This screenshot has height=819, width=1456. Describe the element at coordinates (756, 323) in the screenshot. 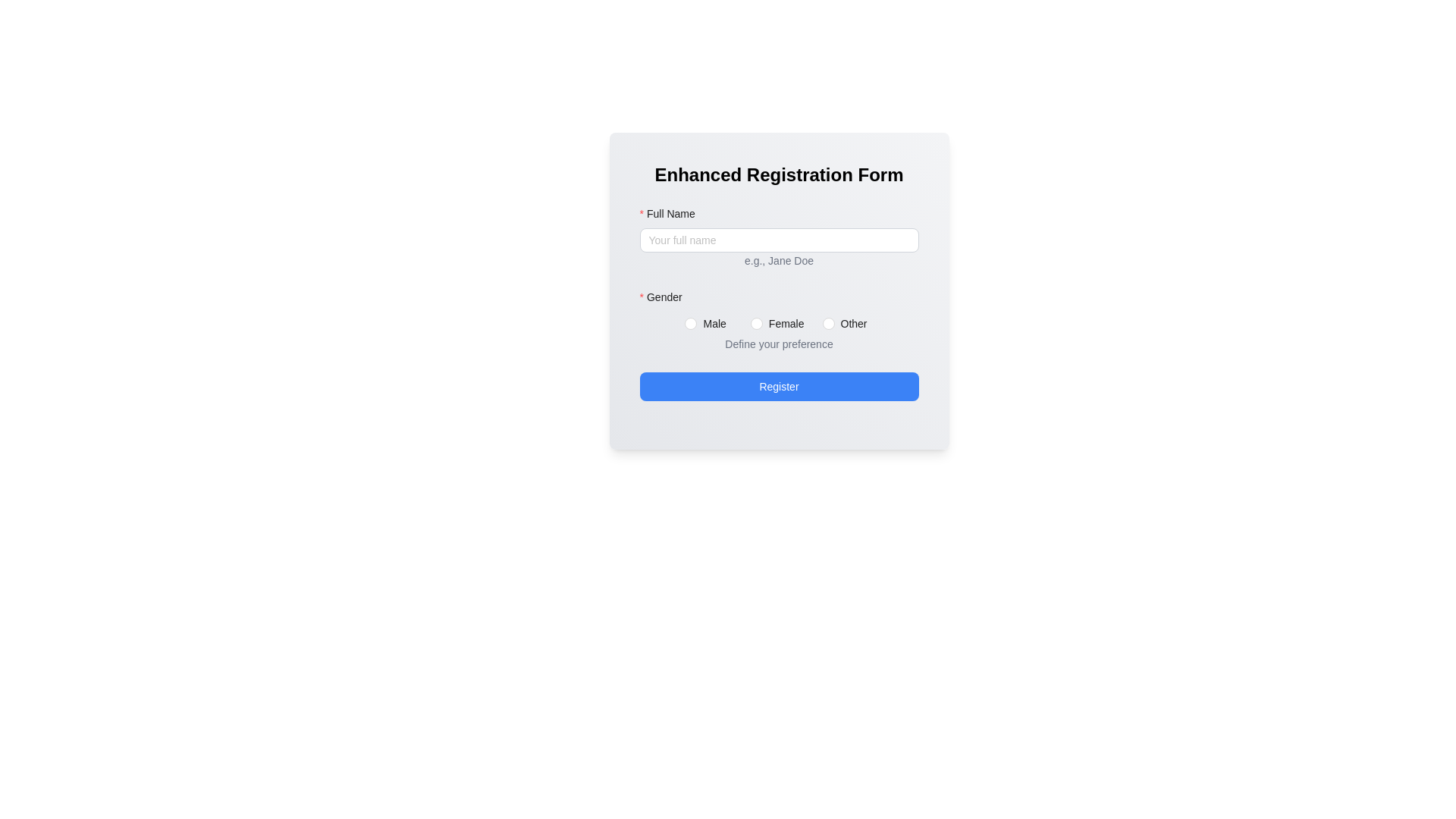

I see `the radio button labeled 'Female' under the 'Gender' section` at that location.